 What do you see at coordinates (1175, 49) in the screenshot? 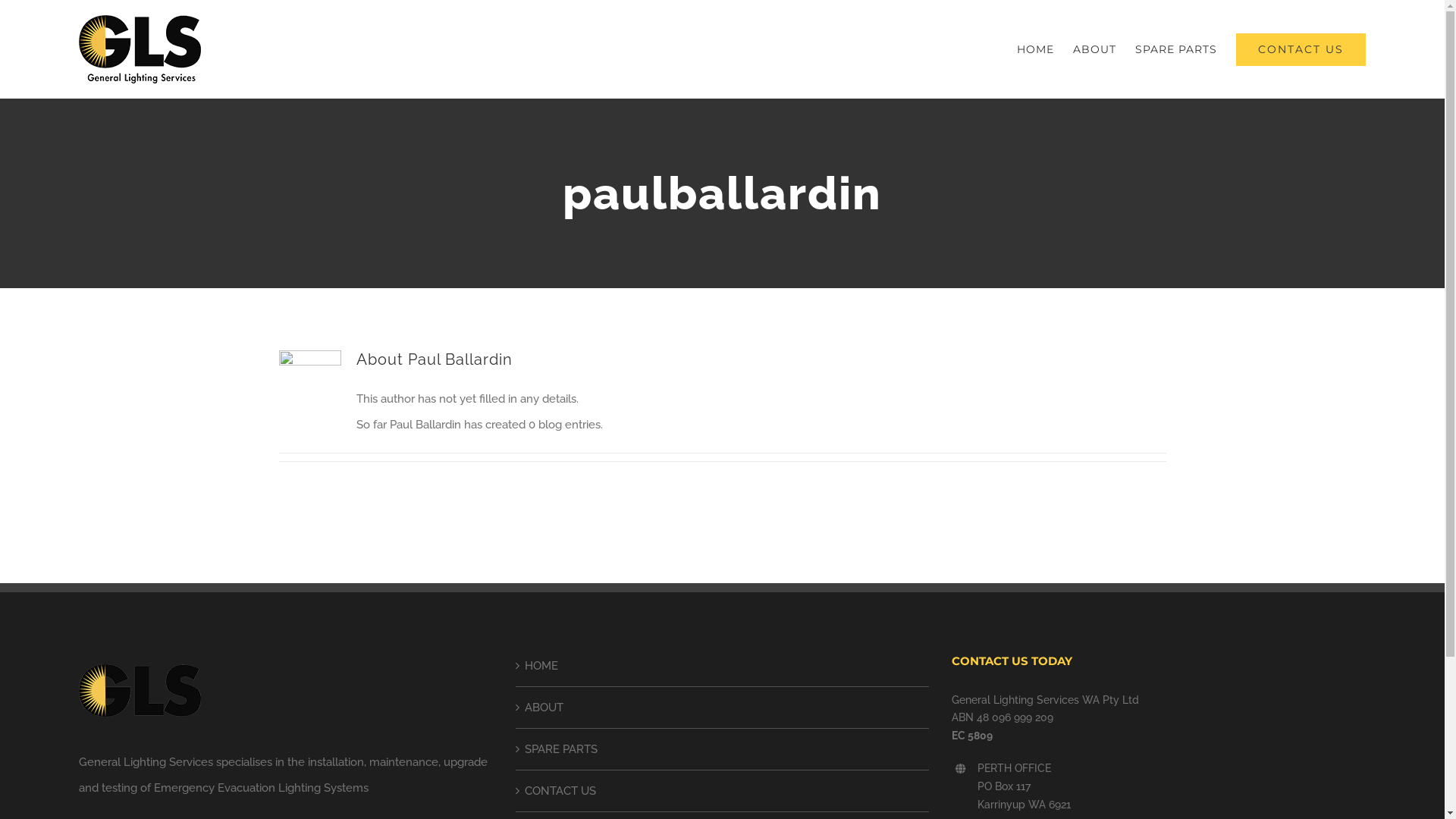
I see `'SPARE PARTS'` at bounding box center [1175, 49].